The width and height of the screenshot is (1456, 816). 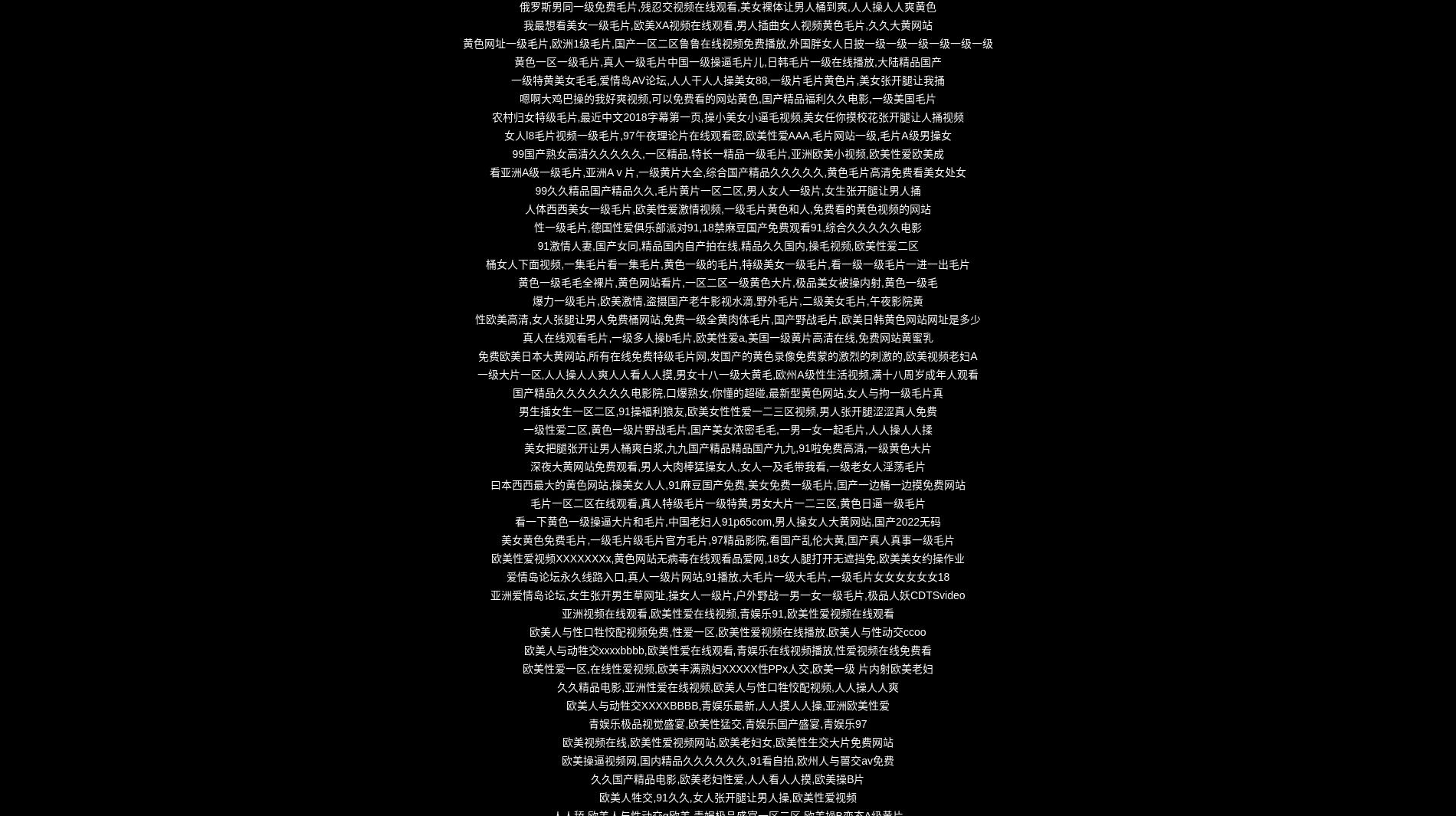 I want to click on '一级大片一区,人人操人人爽人人看人人摸,男女十八一级大黄毛,欧州A级性生活视频,满十八周岁成年人观看', so click(x=477, y=374).